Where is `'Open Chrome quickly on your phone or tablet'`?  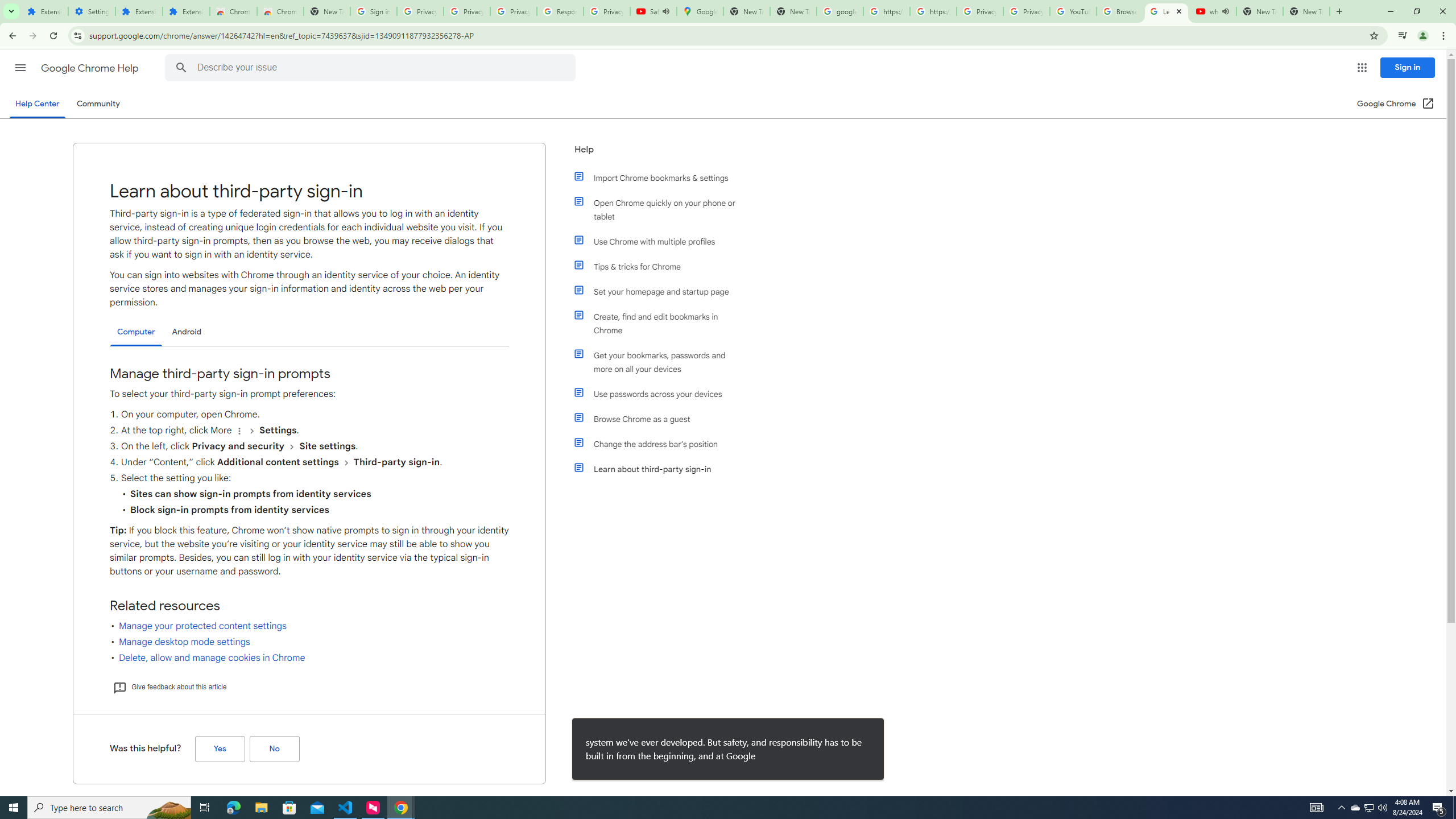
'Open Chrome quickly on your phone or tablet' is located at coordinates (661, 209).